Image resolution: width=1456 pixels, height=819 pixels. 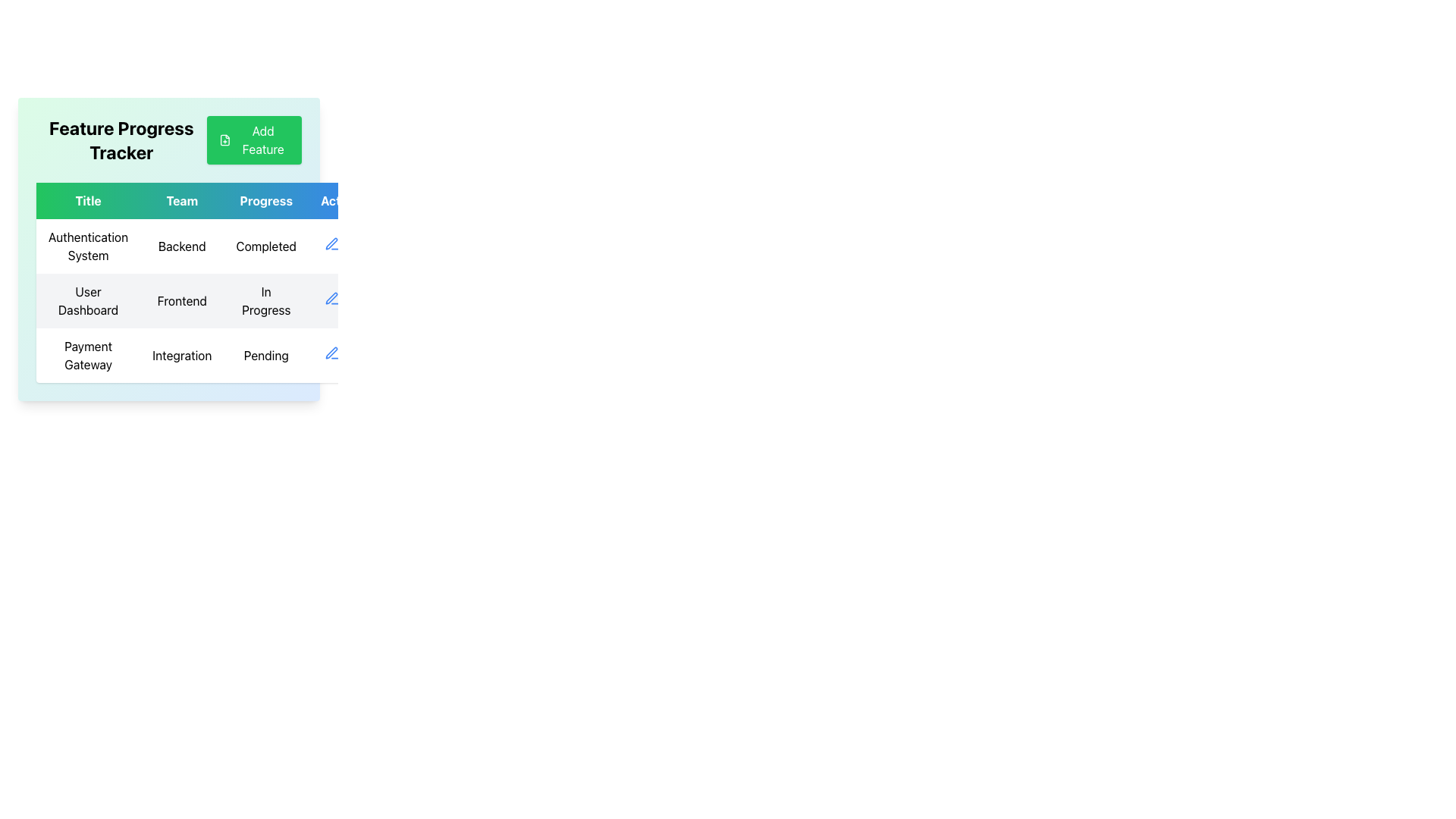 I want to click on the static text displaying 'In Progress', located in the third cell of the second row of the table, between 'Frontend' and an empty cell, so click(x=266, y=301).